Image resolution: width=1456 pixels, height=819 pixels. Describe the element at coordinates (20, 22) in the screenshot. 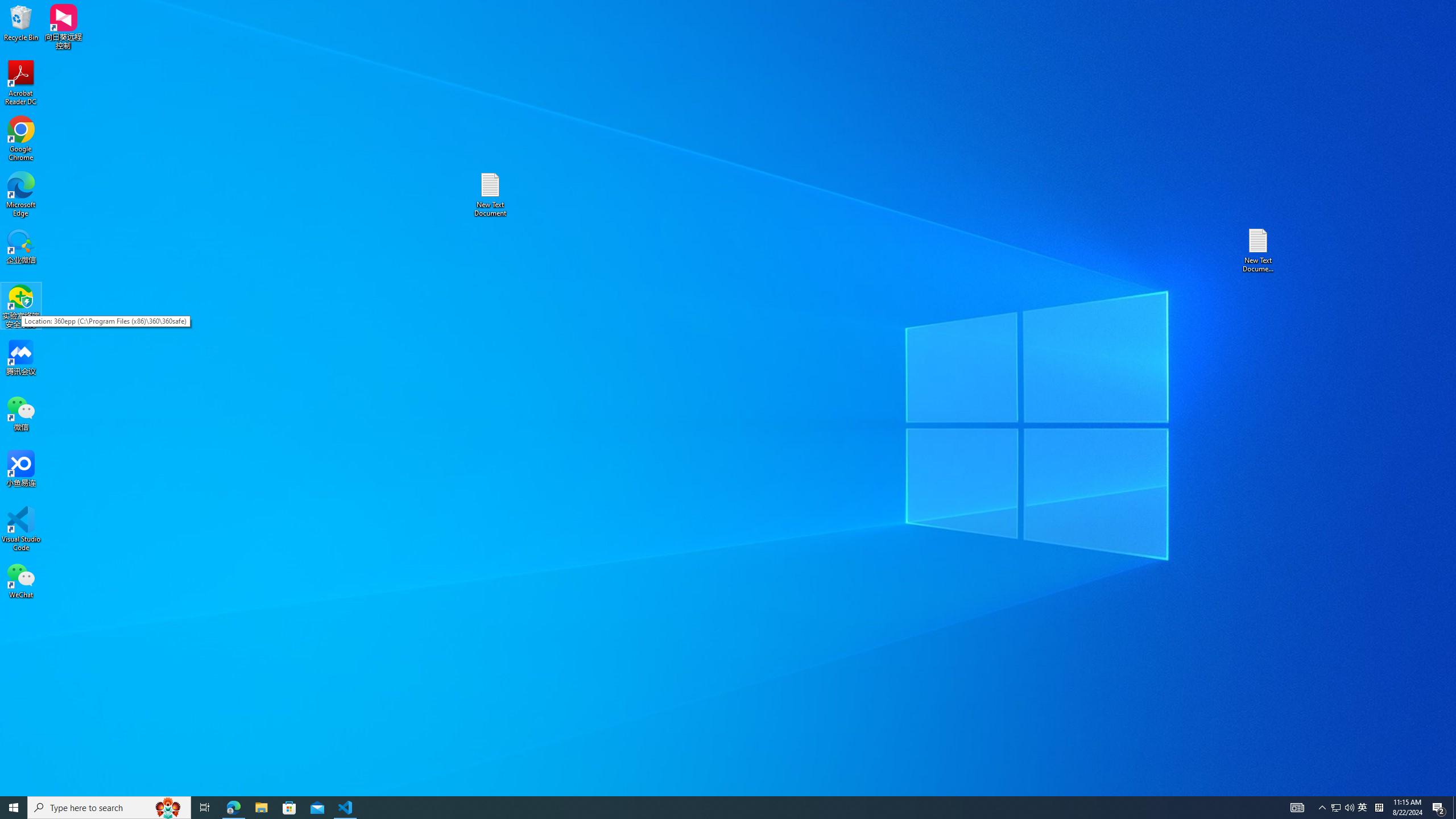

I see `'Recycle Bin'` at that location.